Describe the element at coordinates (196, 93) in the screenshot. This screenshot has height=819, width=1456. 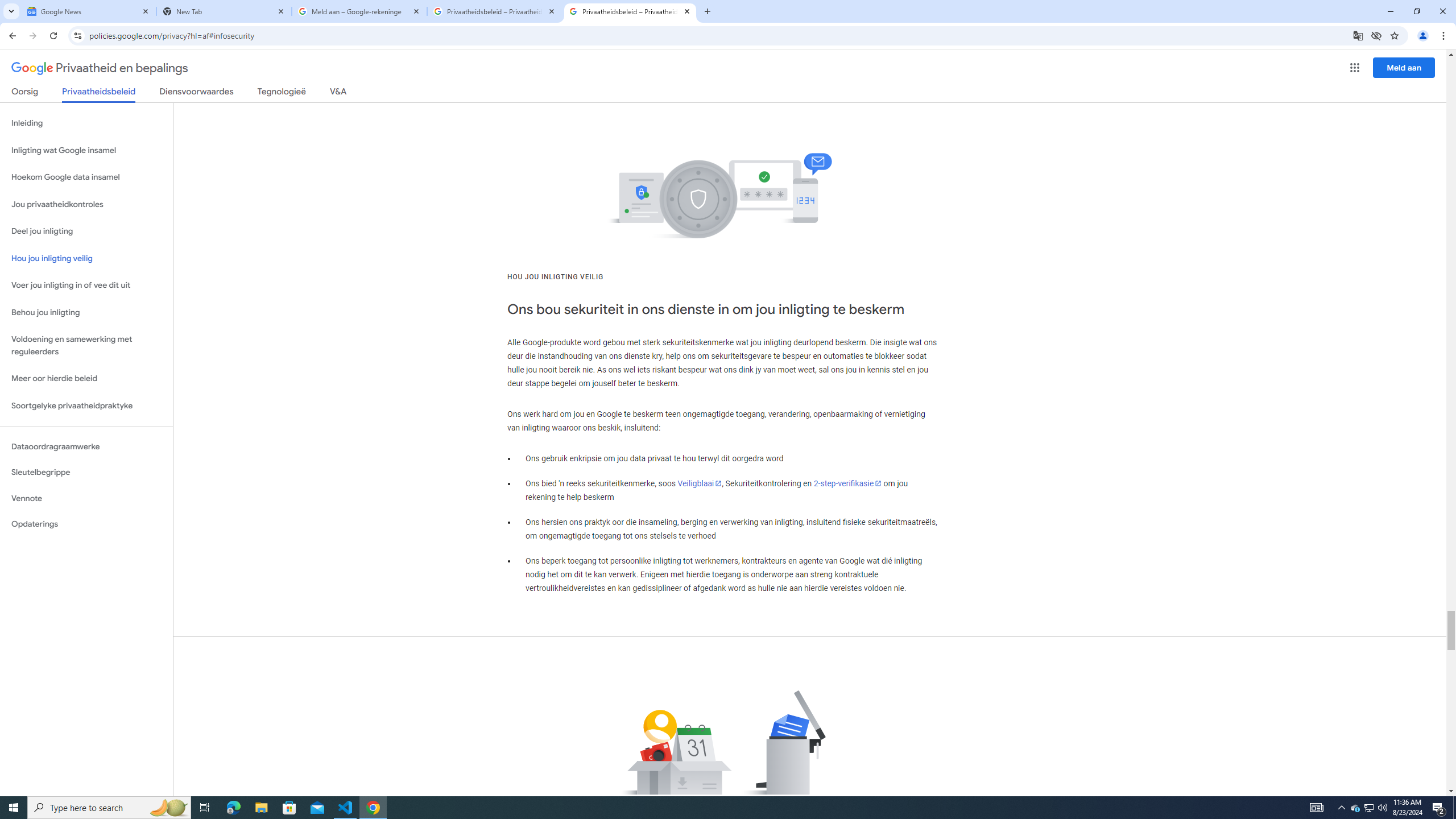
I see `'Diensvoorwaardes'` at that location.